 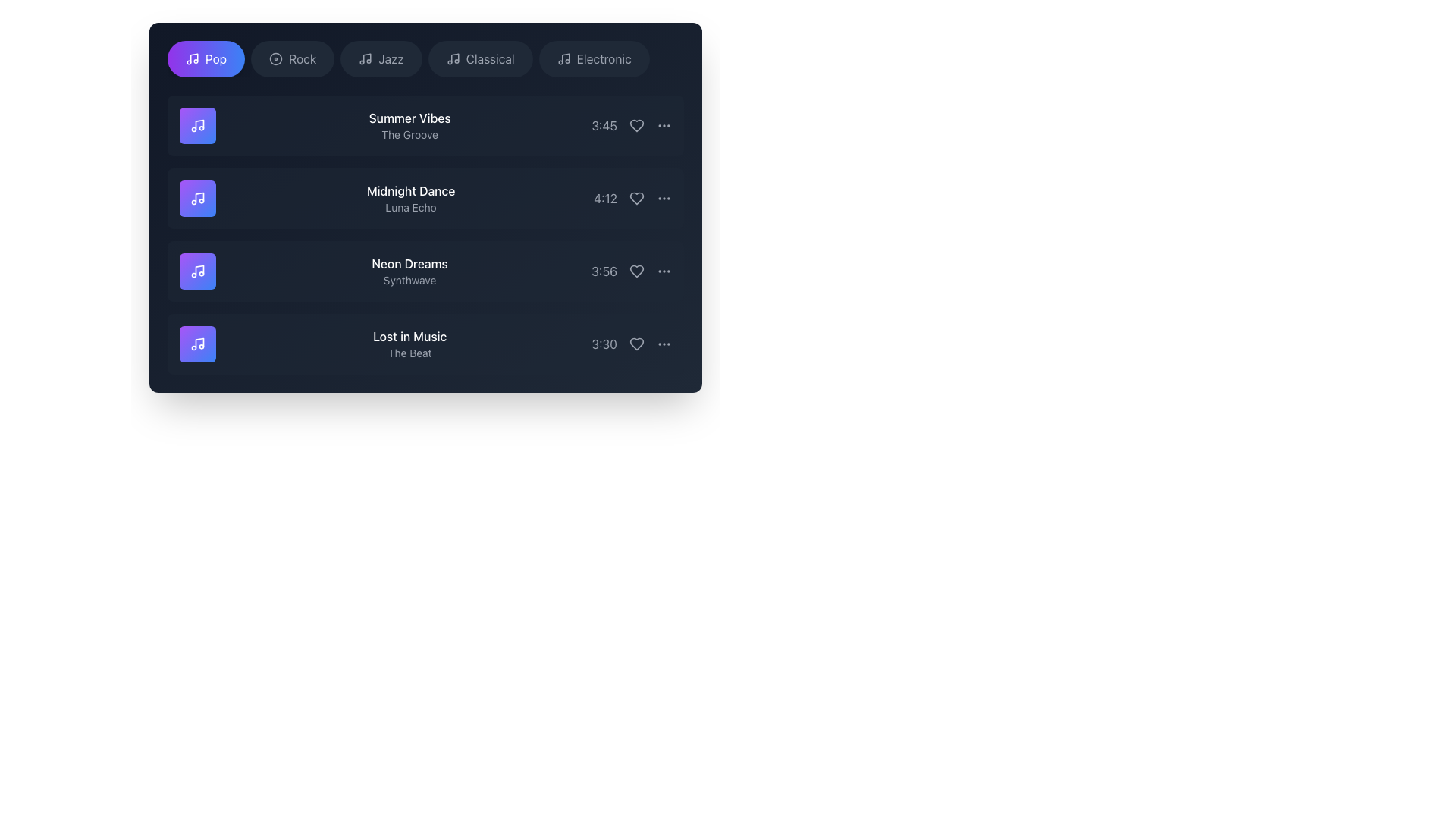 I want to click on the 'Electronic' music genre button located in the fifth position of the genre tabs to filter or navigate to relevant tracks or information, so click(x=593, y=58).